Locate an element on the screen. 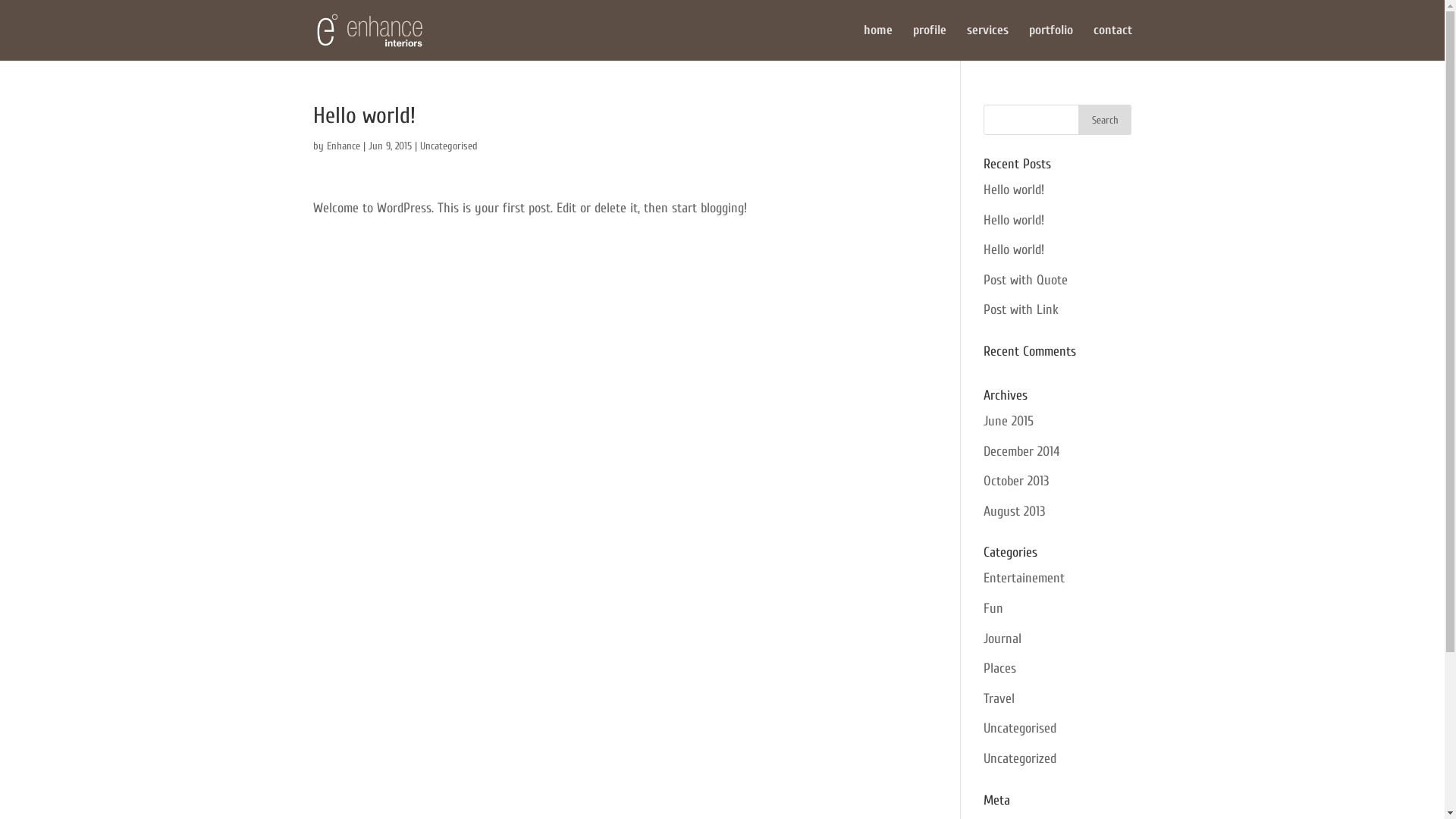 The height and width of the screenshot is (819, 1456). 'Search' is located at coordinates (1105, 119).